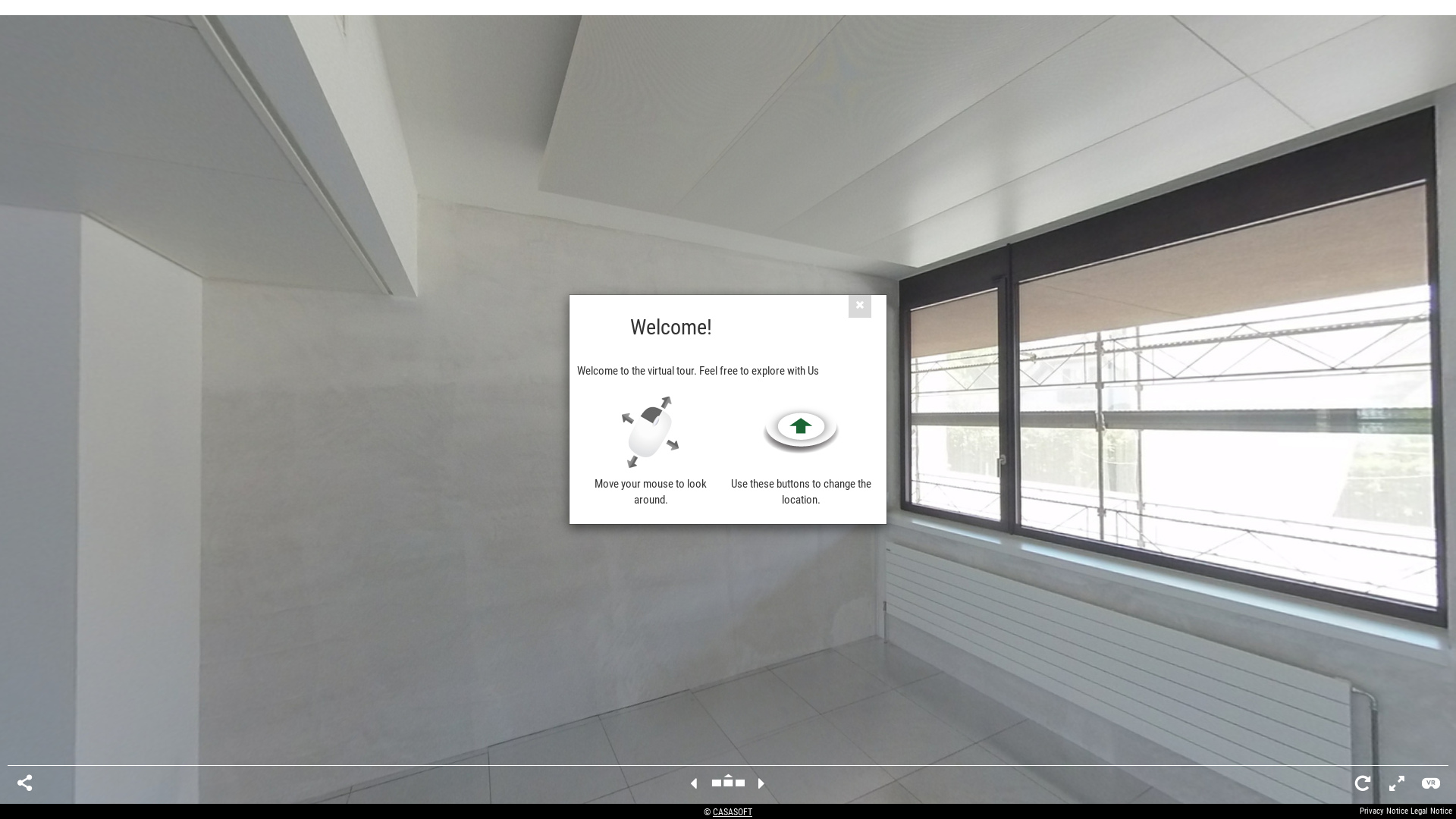 This screenshot has width=1456, height=819. I want to click on 'Previous', so click(692, 783).